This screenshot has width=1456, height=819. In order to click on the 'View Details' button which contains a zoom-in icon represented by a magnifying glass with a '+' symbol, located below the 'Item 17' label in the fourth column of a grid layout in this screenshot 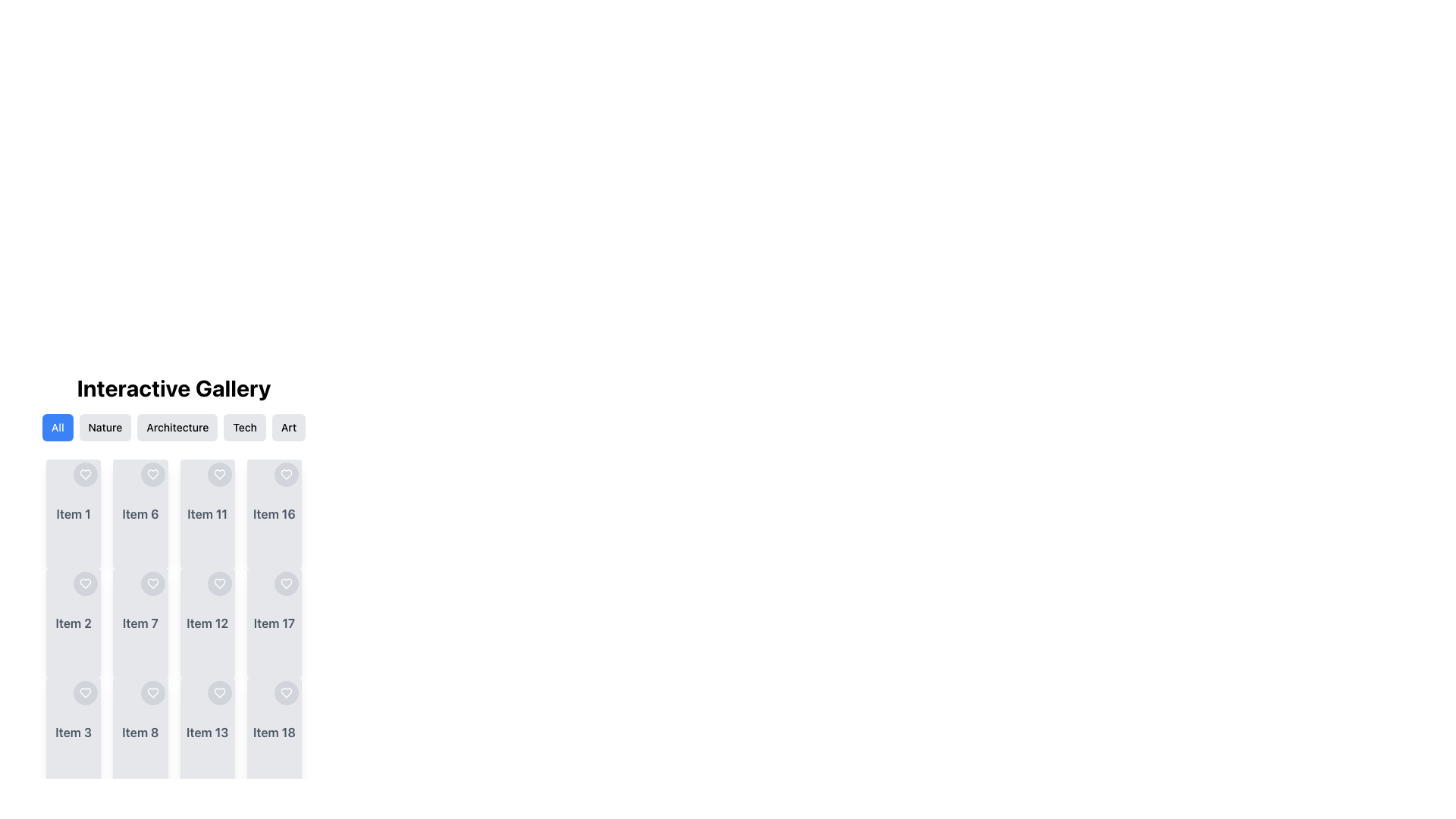, I will do `click(250, 623)`.